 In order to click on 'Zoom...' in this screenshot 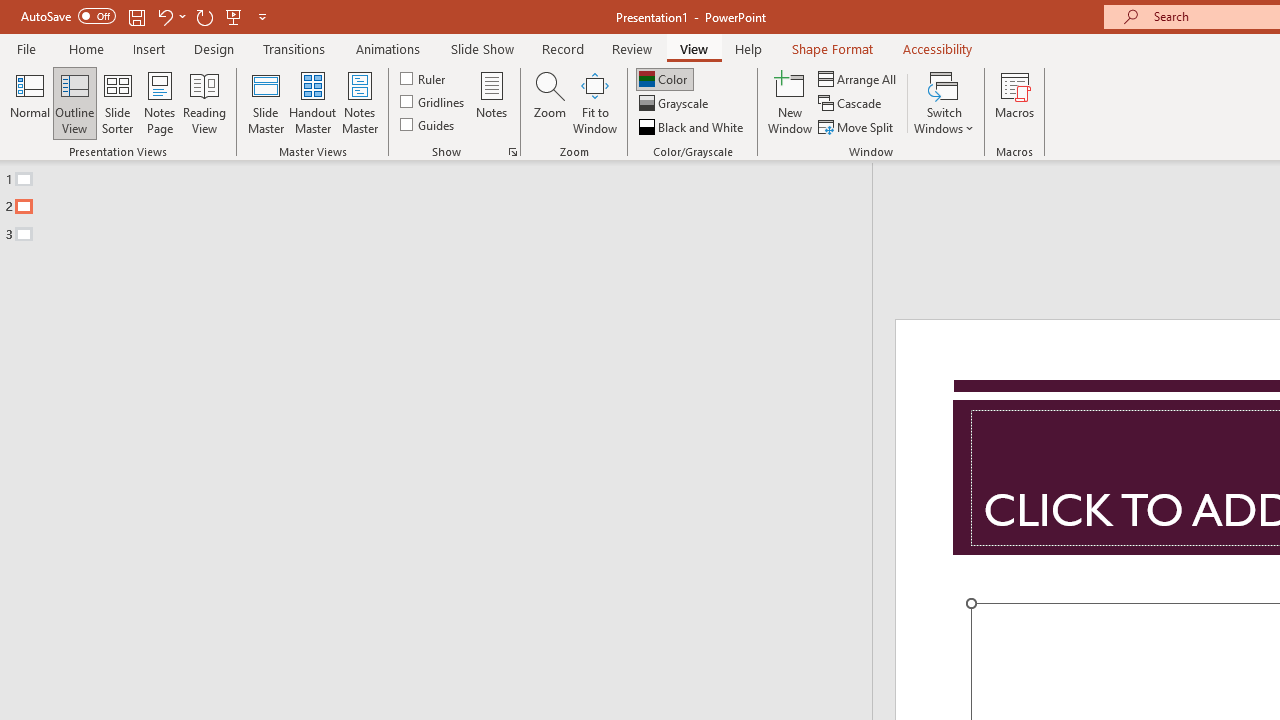, I will do `click(549, 103)`.